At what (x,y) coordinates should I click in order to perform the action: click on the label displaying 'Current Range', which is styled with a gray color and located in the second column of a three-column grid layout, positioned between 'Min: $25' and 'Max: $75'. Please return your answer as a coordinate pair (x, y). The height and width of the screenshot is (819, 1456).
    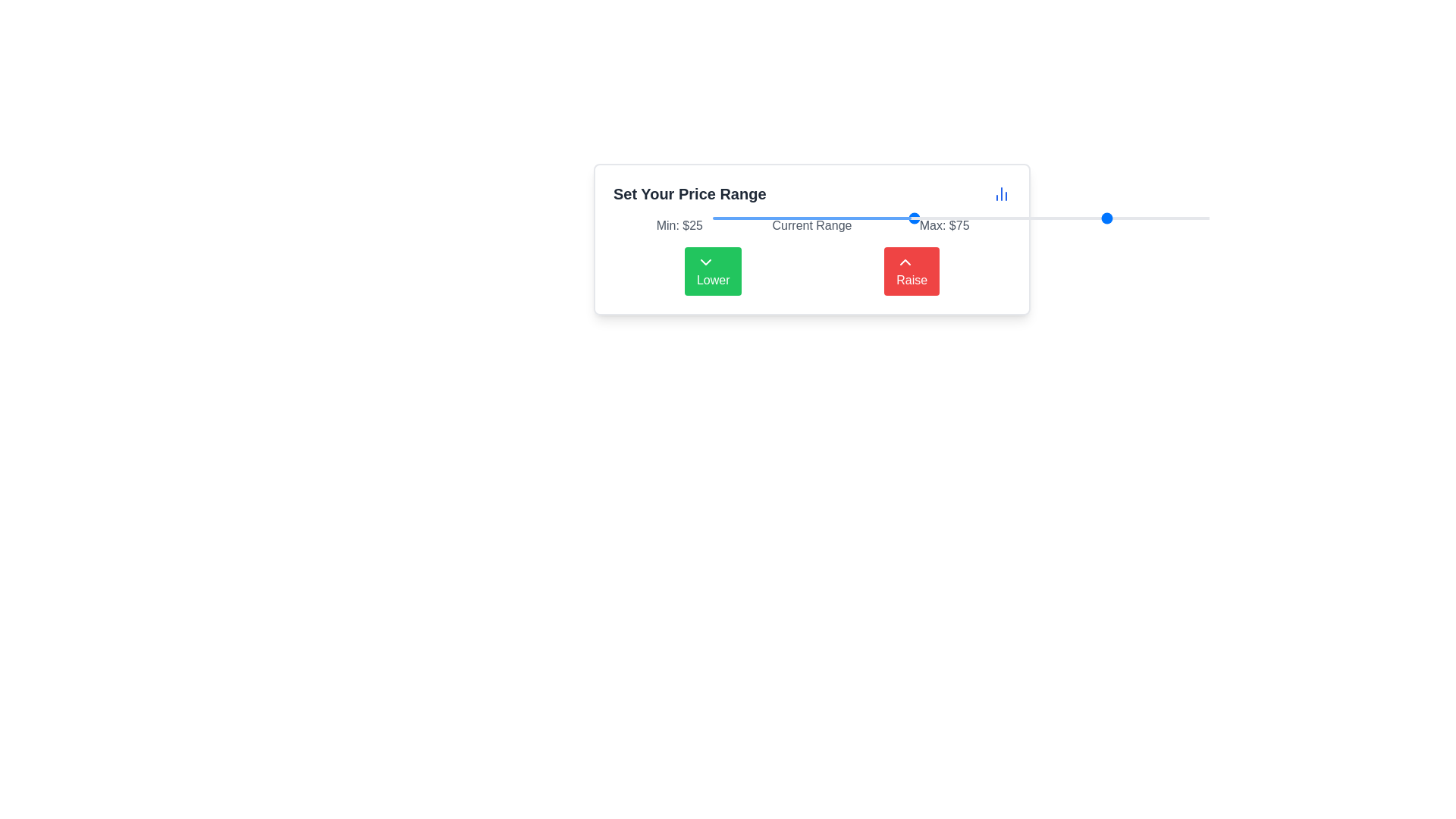
    Looking at the image, I should click on (811, 225).